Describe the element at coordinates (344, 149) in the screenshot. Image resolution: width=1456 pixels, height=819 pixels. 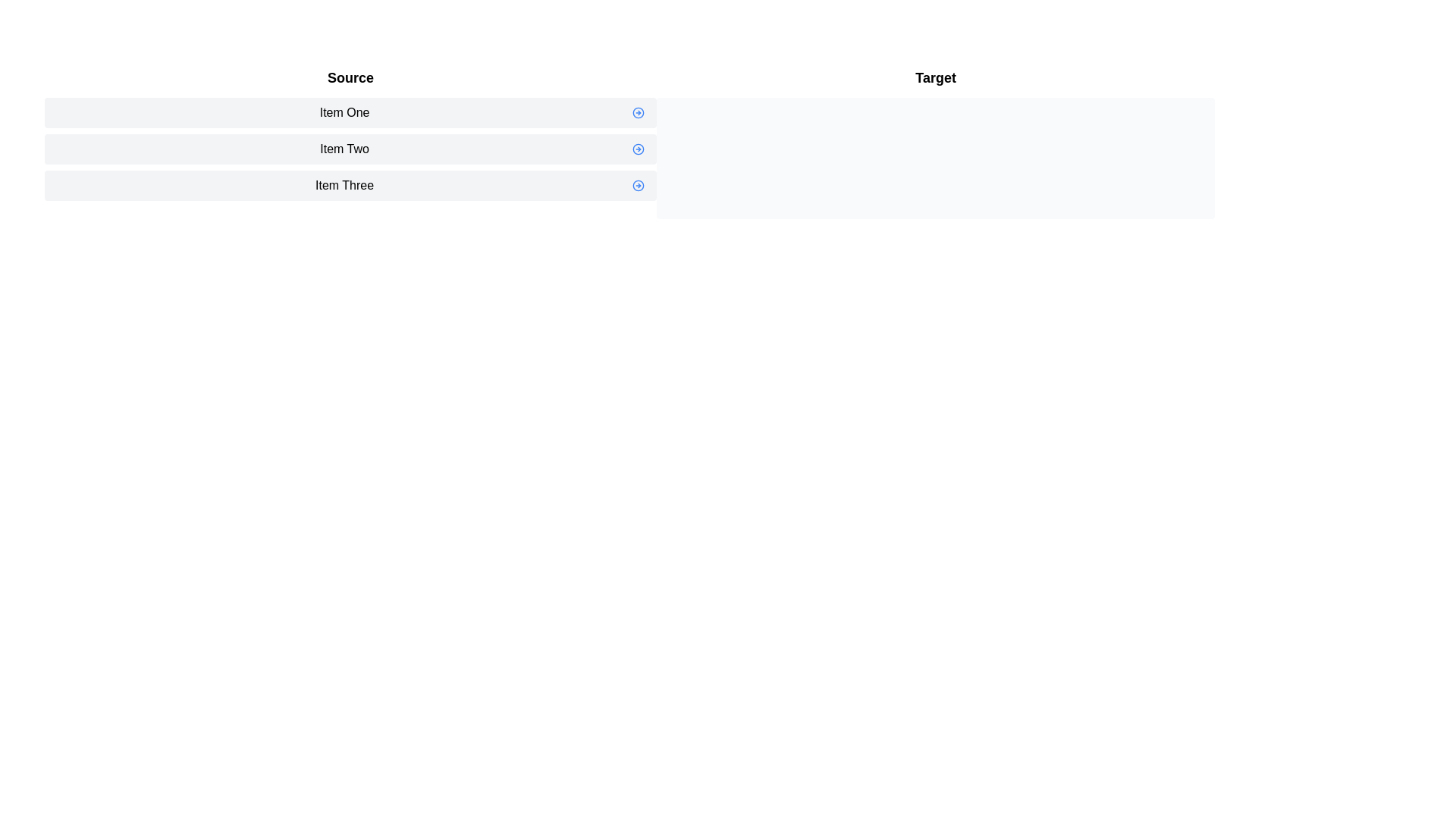
I see `text content of the label 'Item Two', which is the second item in a vertically stacked list of items` at that location.